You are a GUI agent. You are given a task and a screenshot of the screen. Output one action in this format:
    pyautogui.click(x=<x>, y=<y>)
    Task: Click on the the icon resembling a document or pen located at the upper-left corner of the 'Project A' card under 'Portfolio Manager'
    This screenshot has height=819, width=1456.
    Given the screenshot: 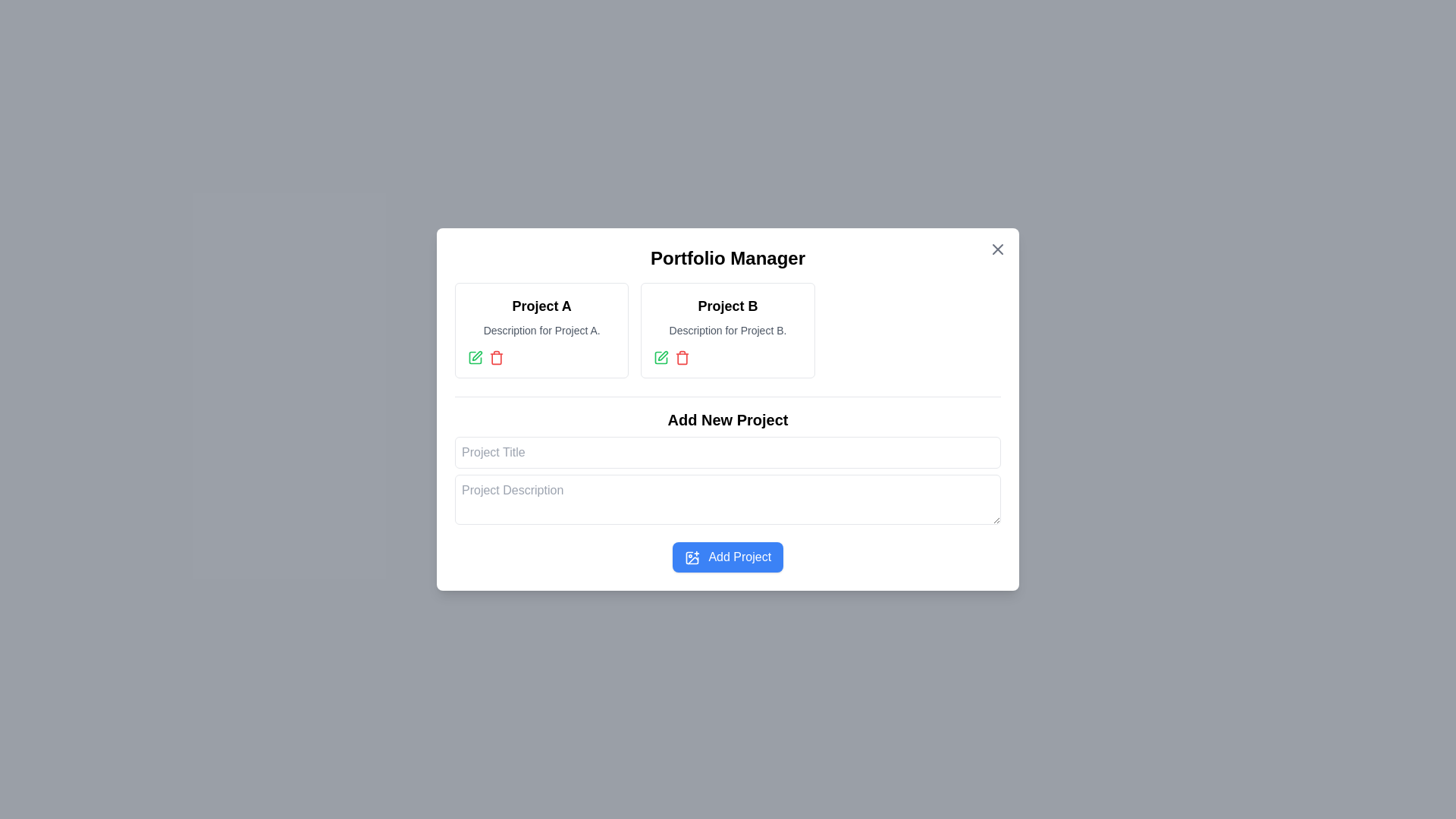 What is the action you would take?
    pyautogui.click(x=475, y=357)
    